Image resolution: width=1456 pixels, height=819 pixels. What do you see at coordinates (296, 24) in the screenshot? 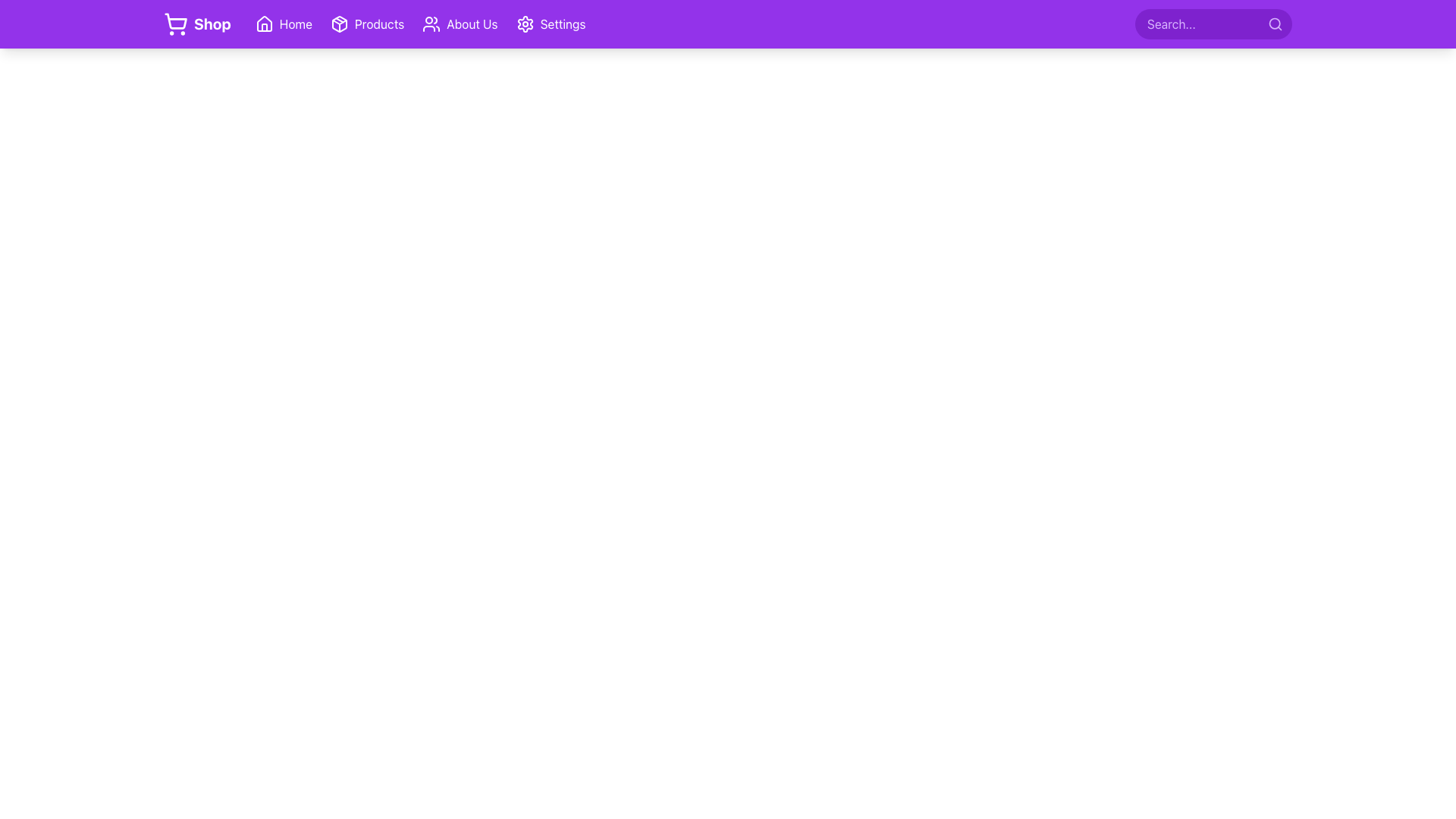
I see `the 'Home' text label, which is styled in white font on a purple background and is part of the top navigation bar` at bounding box center [296, 24].